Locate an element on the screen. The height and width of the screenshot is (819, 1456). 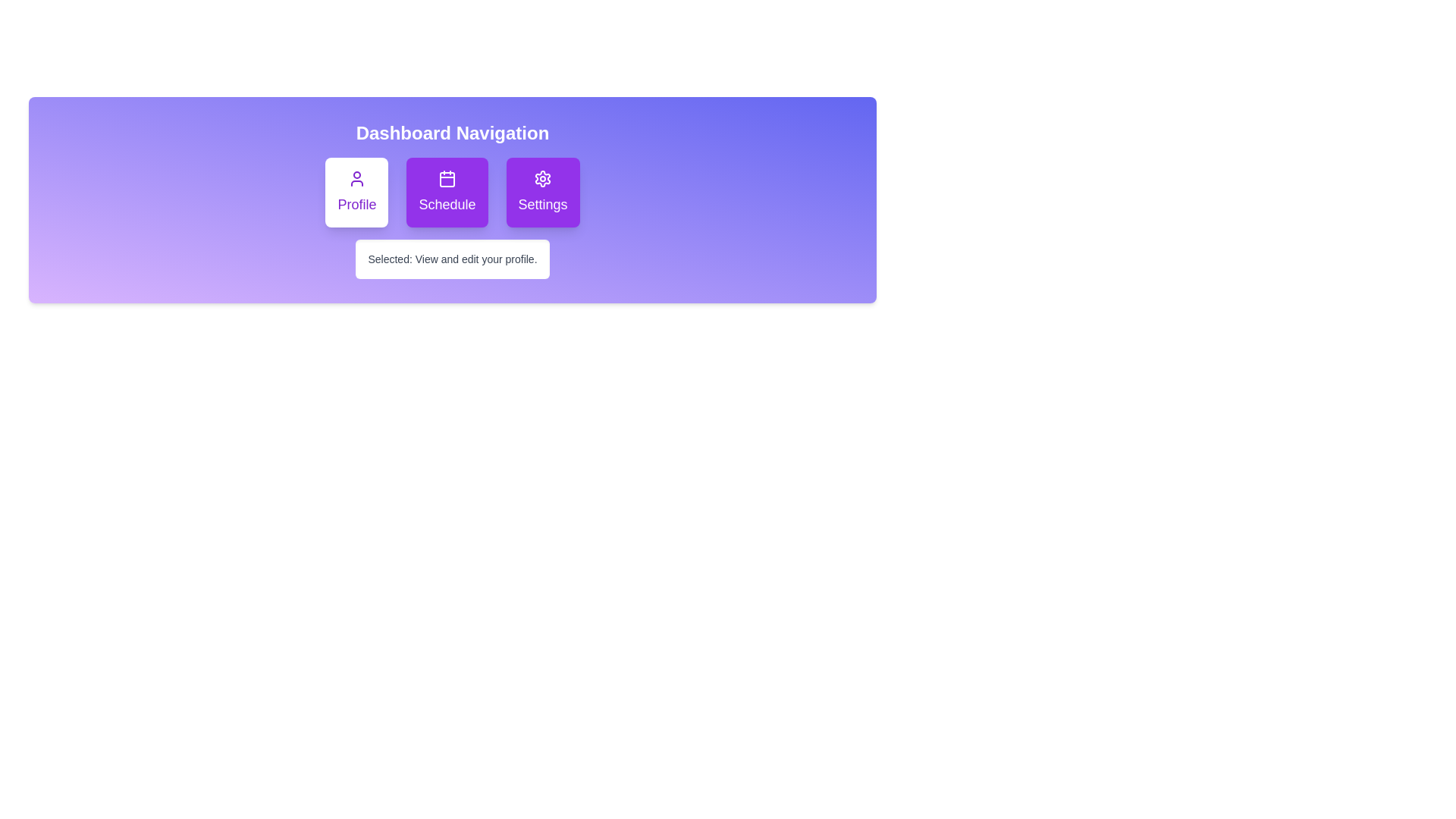
the calendar icon located at the top center of the 'Schedule' button, which is the second button in the horizontal navigation layout is located at coordinates (447, 177).